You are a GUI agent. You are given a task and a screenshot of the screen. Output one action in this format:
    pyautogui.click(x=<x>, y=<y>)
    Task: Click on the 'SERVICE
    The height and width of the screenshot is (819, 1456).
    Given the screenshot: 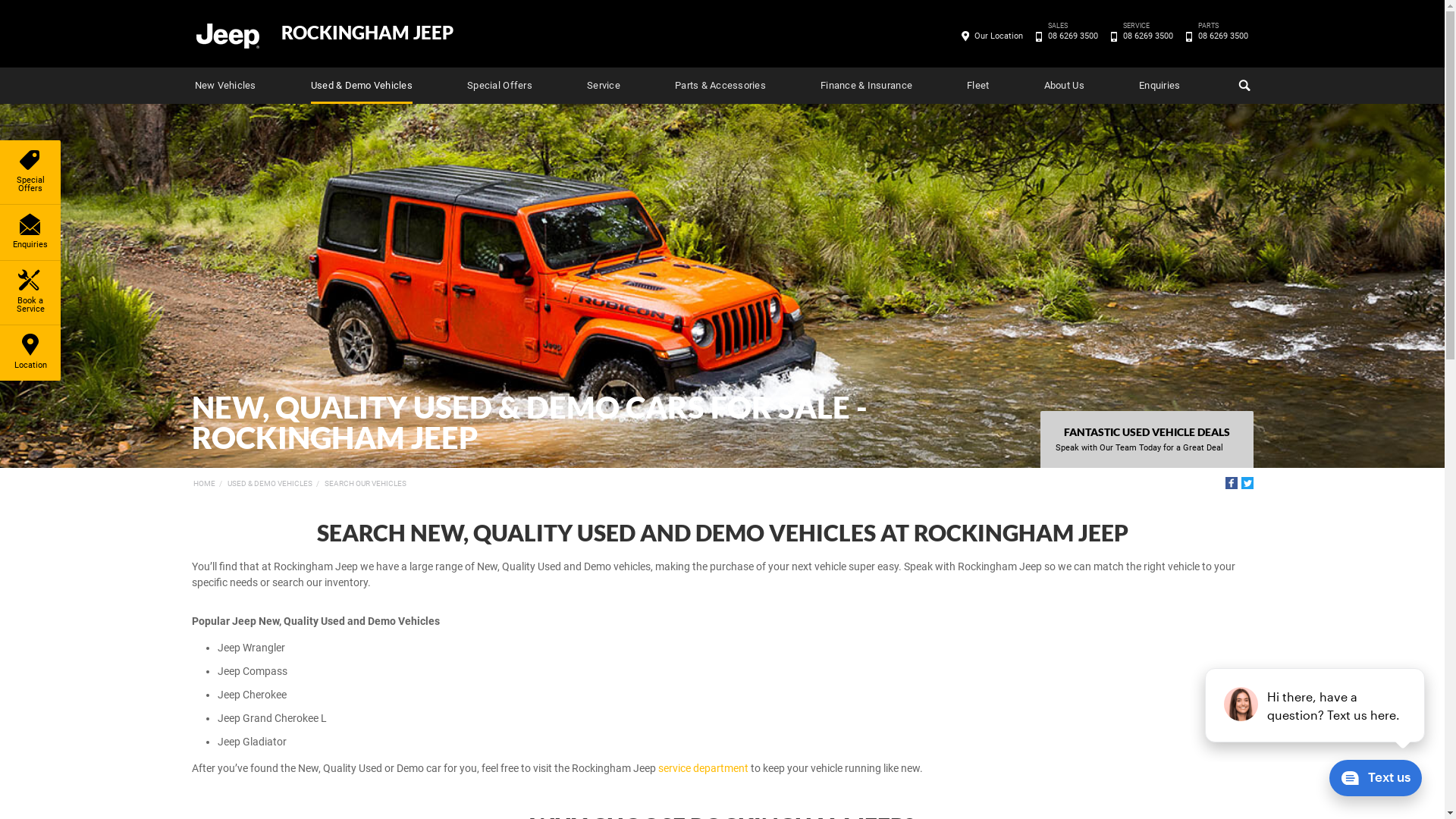 What is the action you would take?
    pyautogui.click(x=1117, y=35)
    